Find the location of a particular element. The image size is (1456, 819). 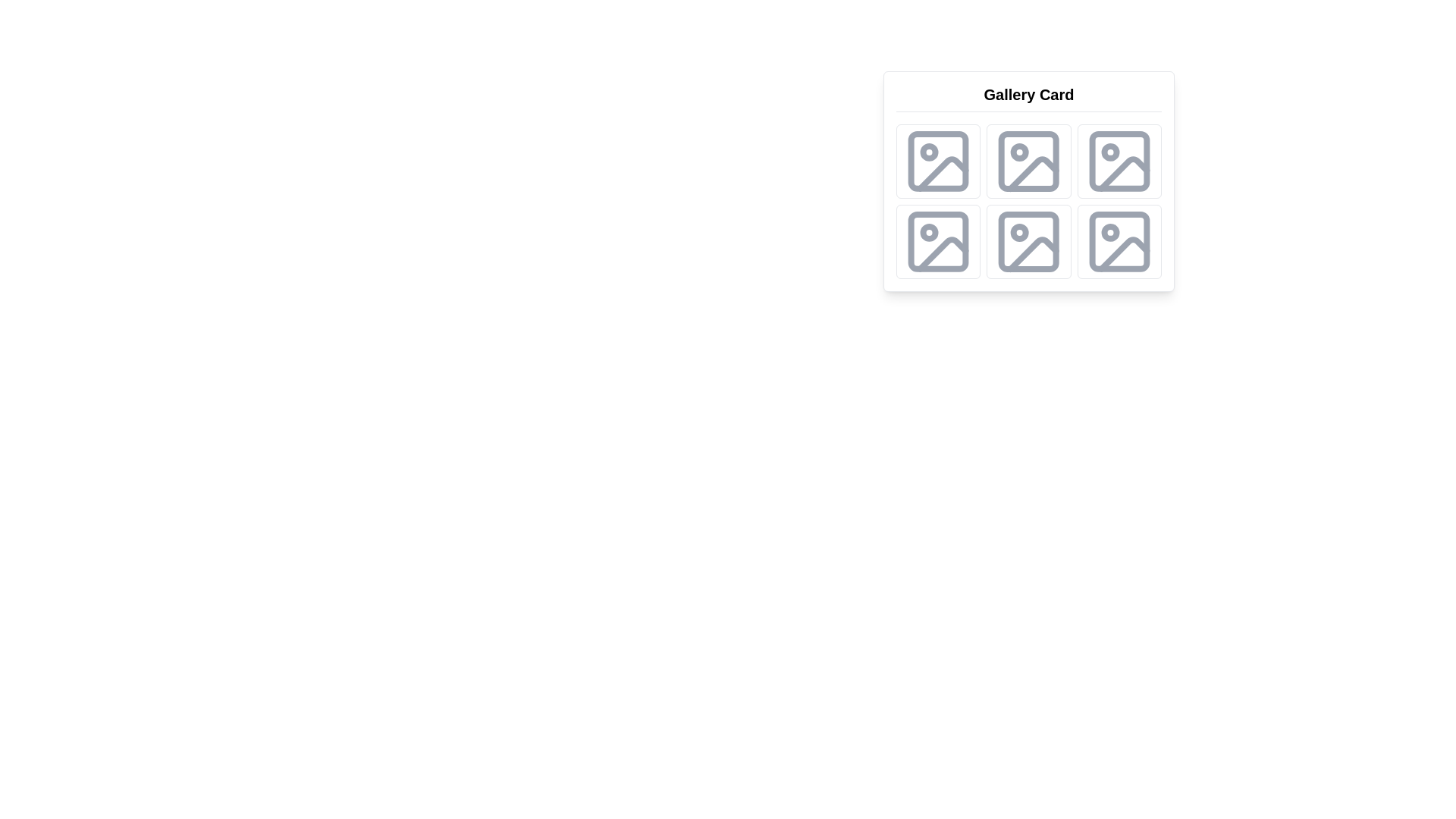

the static text element that serves as a descriptive caption for the gallery card located in the bottom section of the last card in the second row of the grid layout to make it more visible is located at coordinates (937, 268).